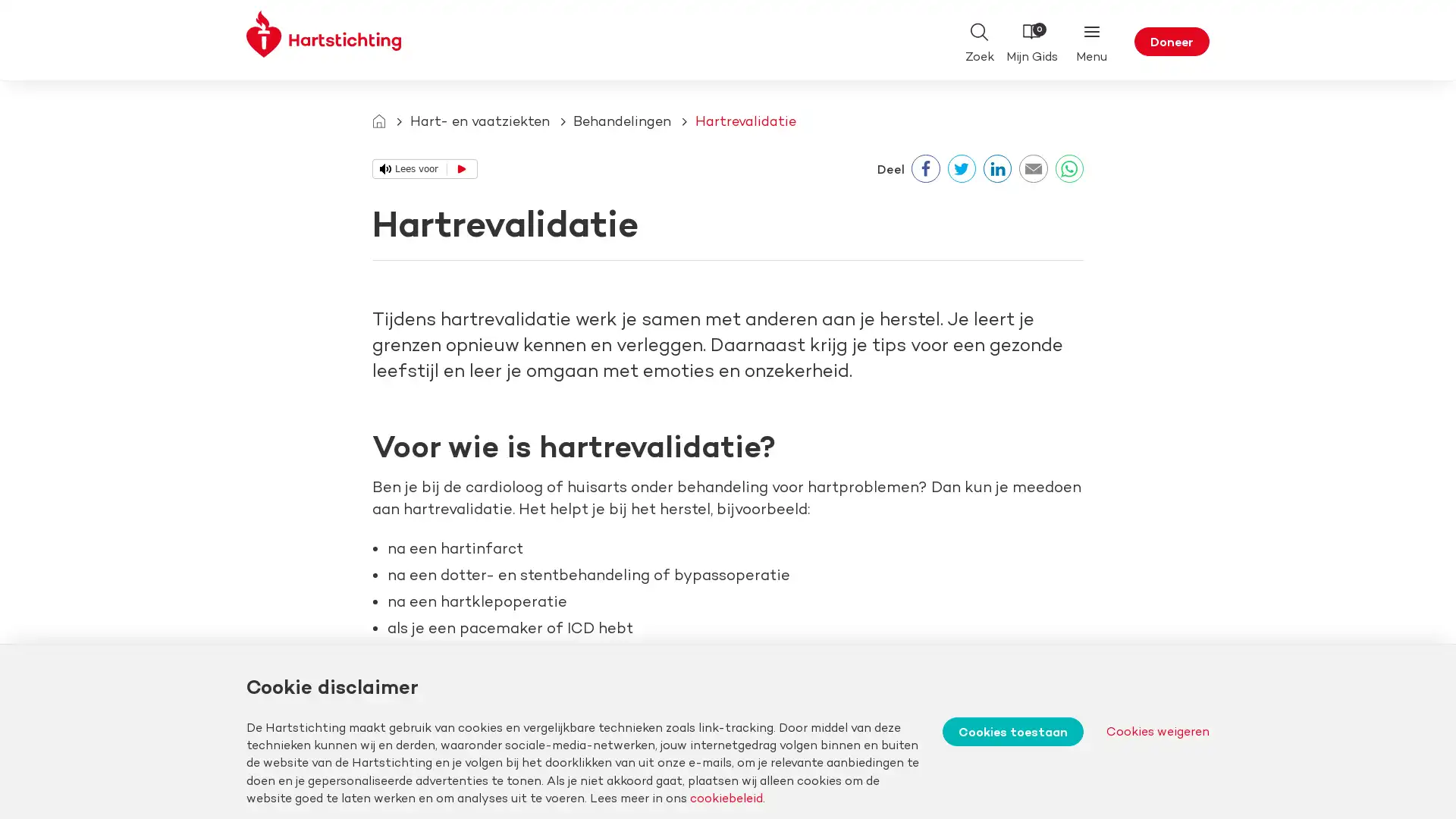 The width and height of the screenshot is (1456, 819). Describe the element at coordinates (425, 168) in the screenshot. I see `Lees voor` at that location.